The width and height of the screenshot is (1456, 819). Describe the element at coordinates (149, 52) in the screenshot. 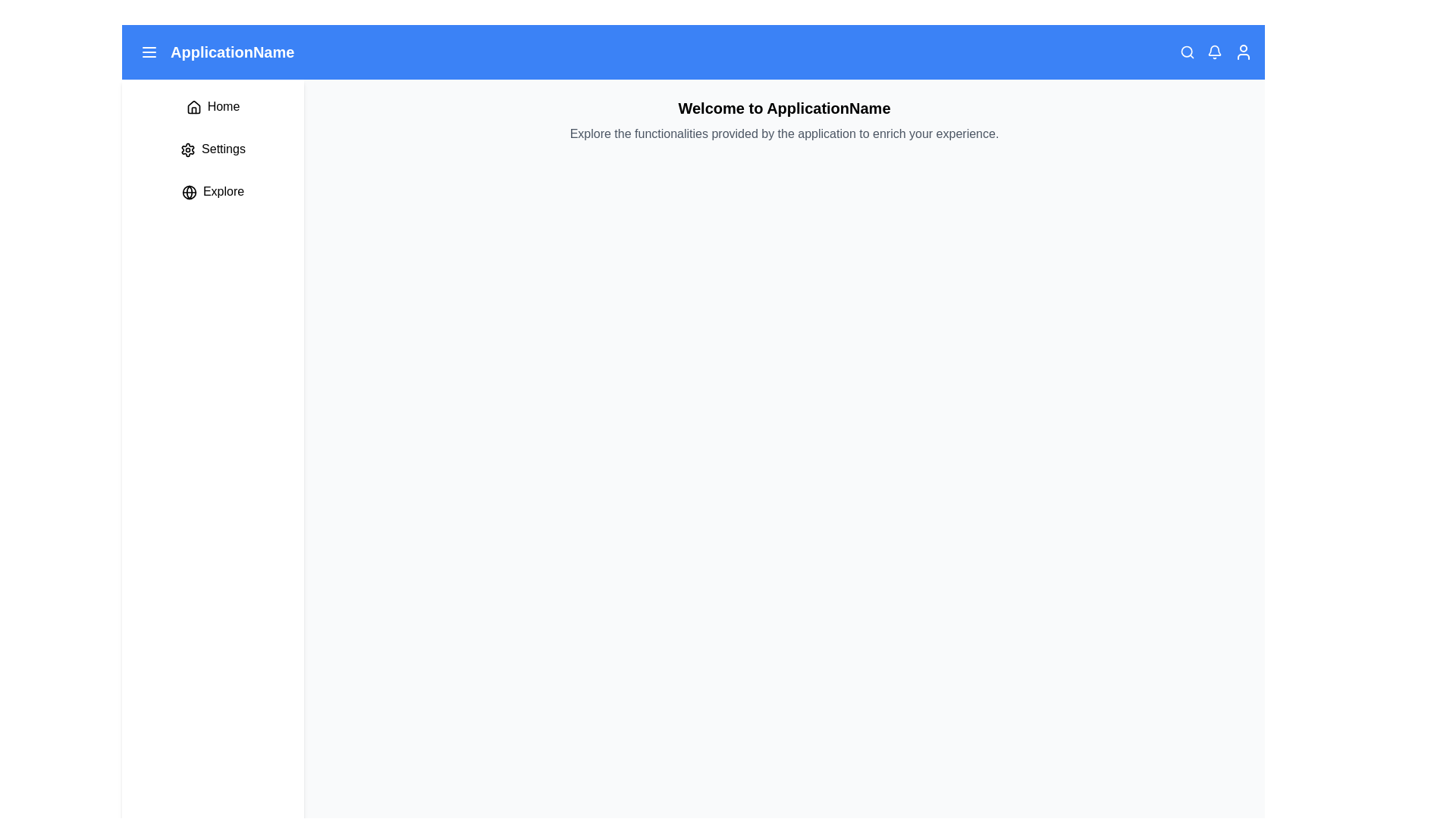

I see `the small circular button with a light blue background and hamburger menu icon located in the top-left corner of the application header bar` at that location.